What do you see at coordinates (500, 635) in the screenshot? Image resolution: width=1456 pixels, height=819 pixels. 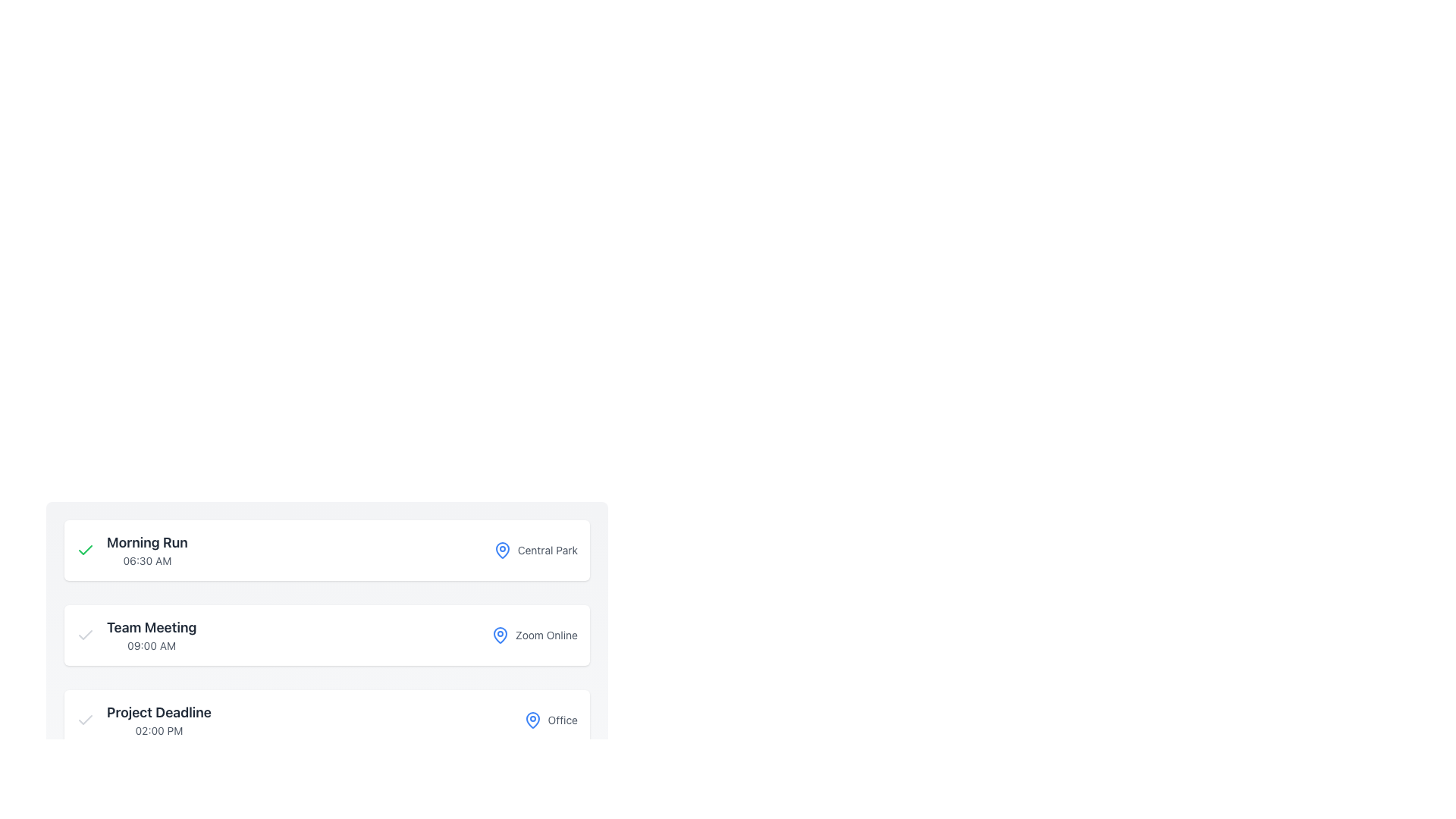 I see `the location icon that visually indicates the presence of a point of interest associated with the nearby text 'Zoom Online'` at bounding box center [500, 635].